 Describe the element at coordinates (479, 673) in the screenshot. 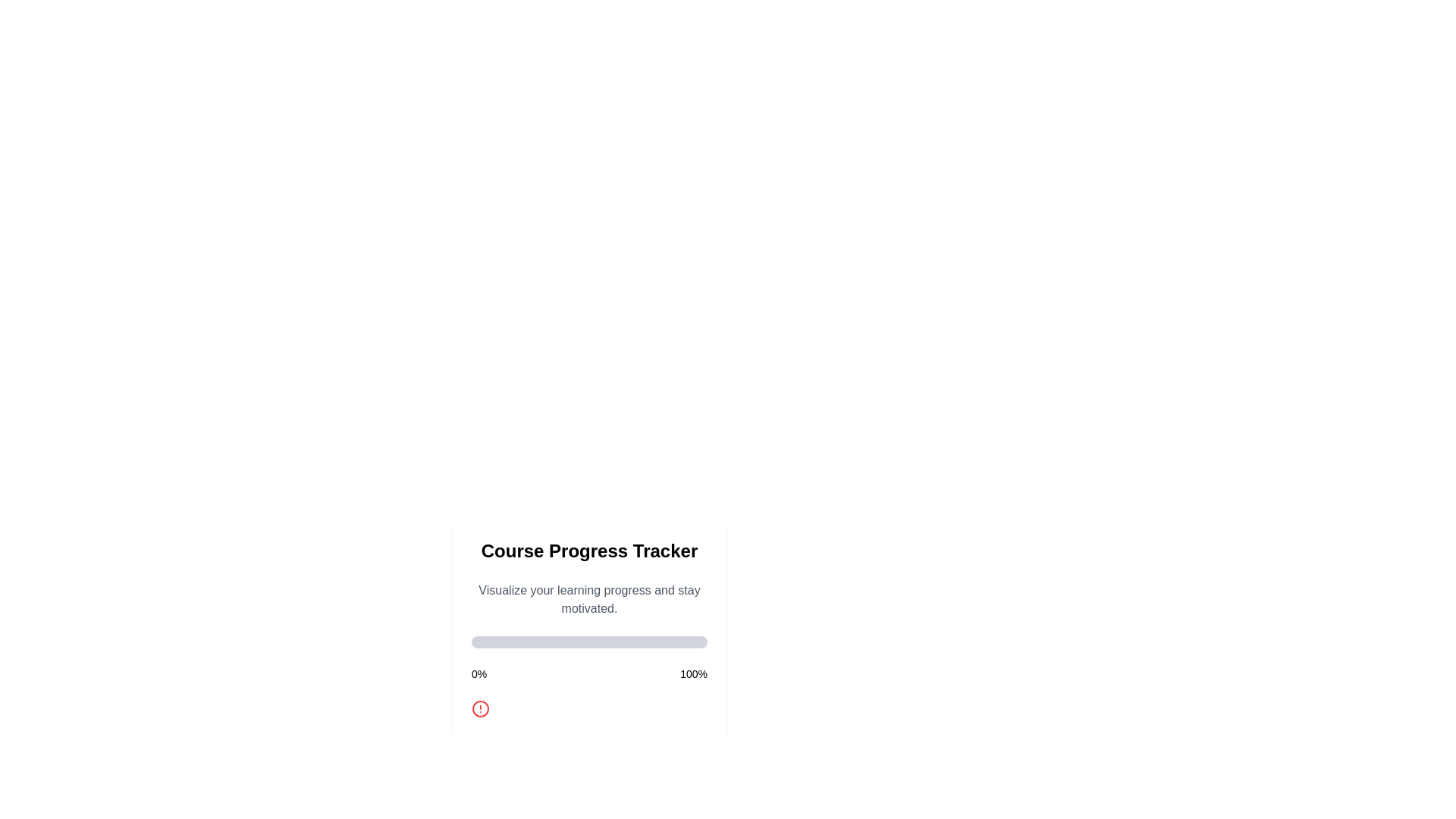

I see `the static text displaying '0%' which is styled as a percentage indicator and located to the left of the progress bar near the bottom of the interface` at that location.